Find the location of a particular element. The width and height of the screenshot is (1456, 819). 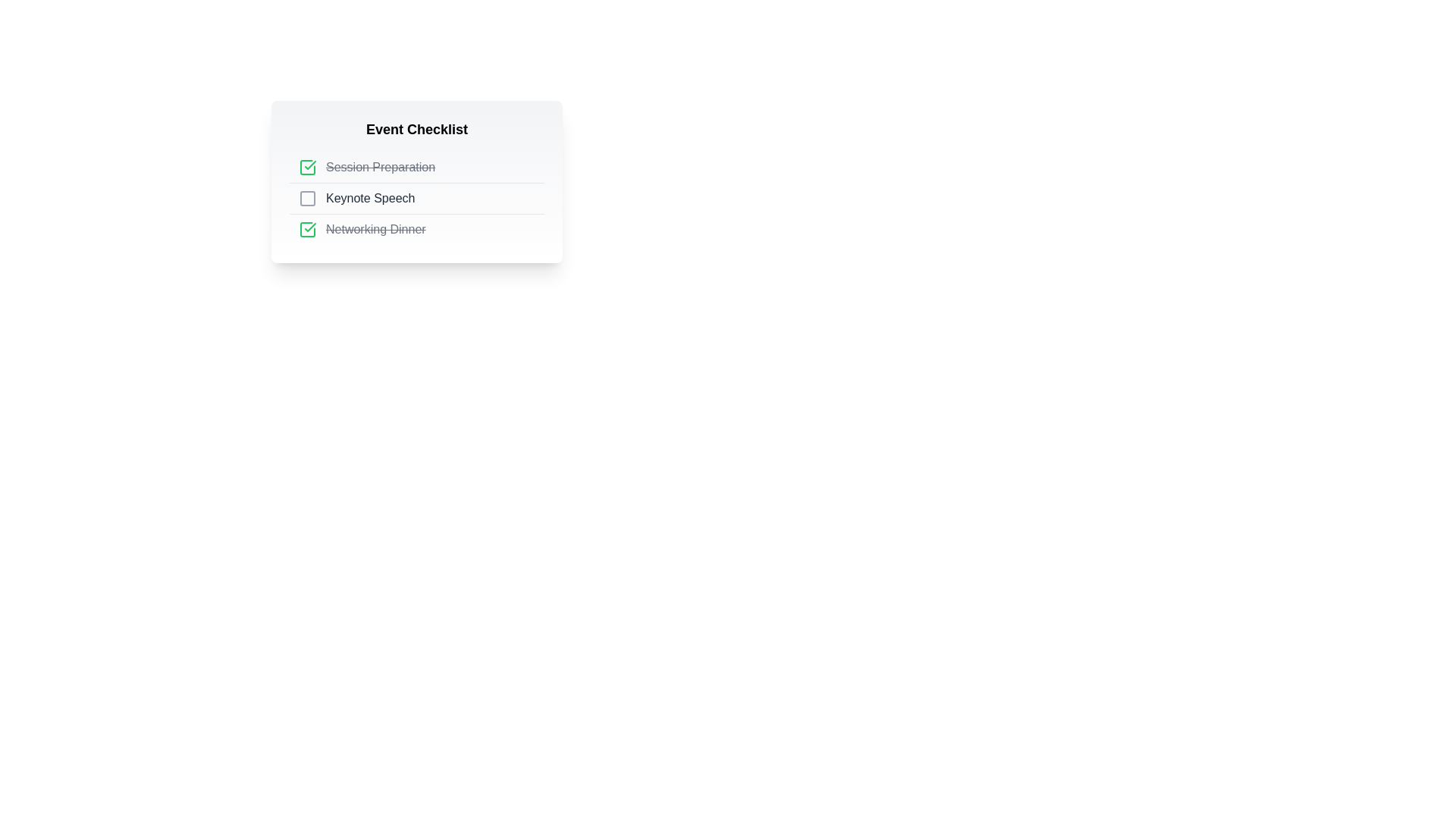

the checkbox next to the 'Keynote Speech' checklist item is located at coordinates (417, 198).